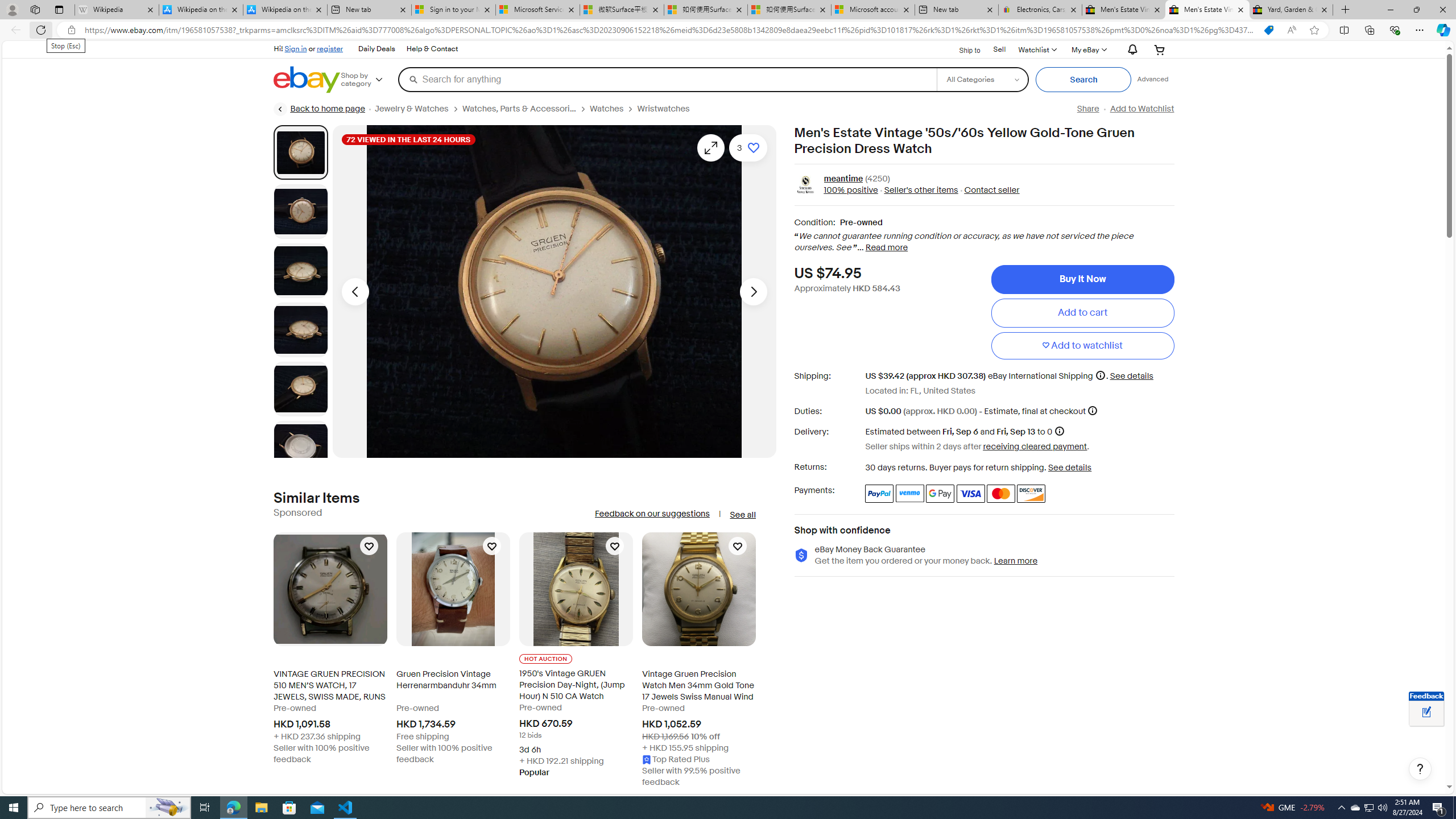 Image resolution: width=1456 pixels, height=819 pixels. What do you see at coordinates (1159, 49) in the screenshot?
I see `'Your shopping cart'` at bounding box center [1159, 49].